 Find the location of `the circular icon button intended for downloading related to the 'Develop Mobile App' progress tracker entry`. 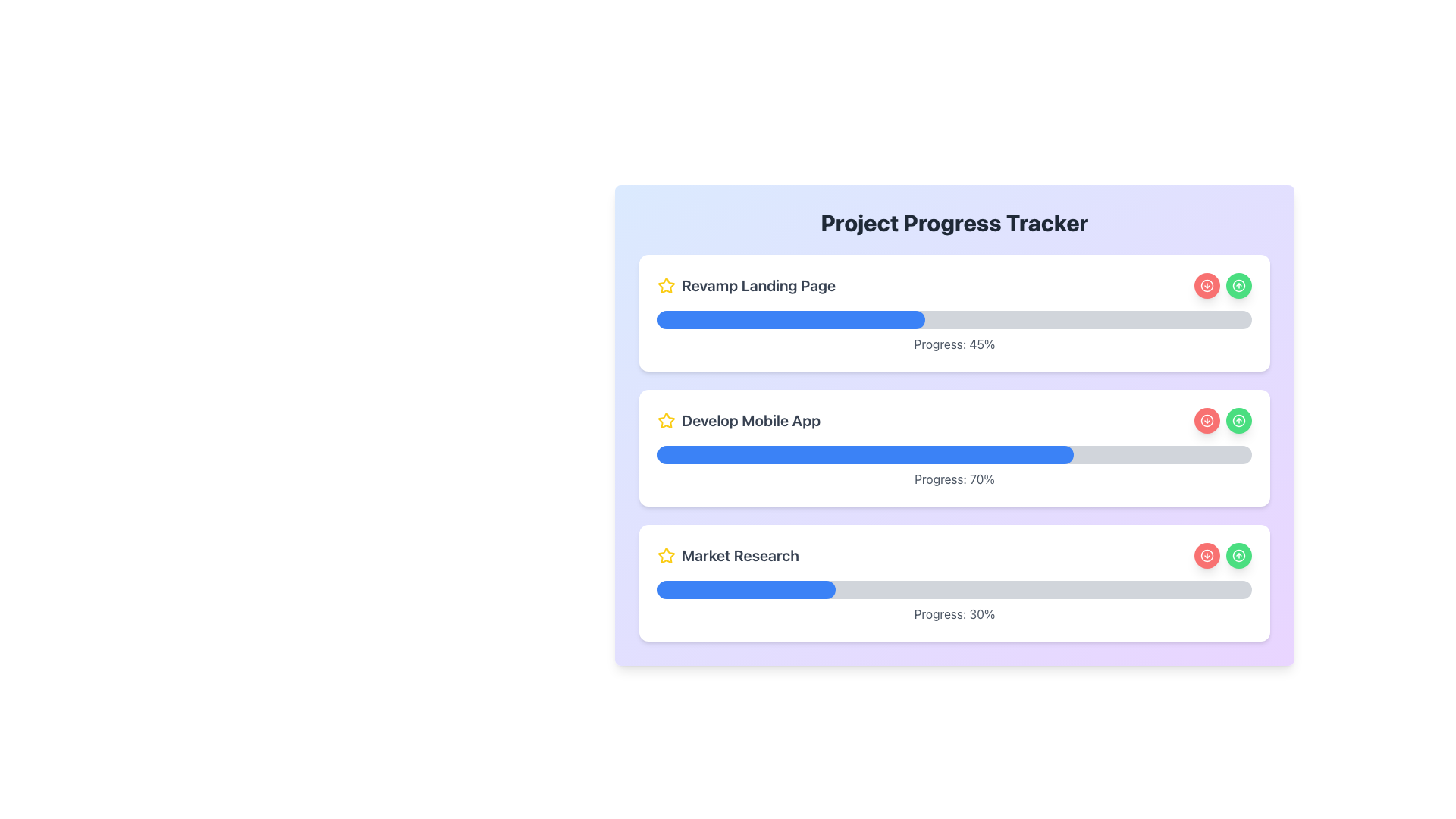

the circular icon button intended for downloading related to the 'Develop Mobile App' progress tracker entry is located at coordinates (1207, 421).